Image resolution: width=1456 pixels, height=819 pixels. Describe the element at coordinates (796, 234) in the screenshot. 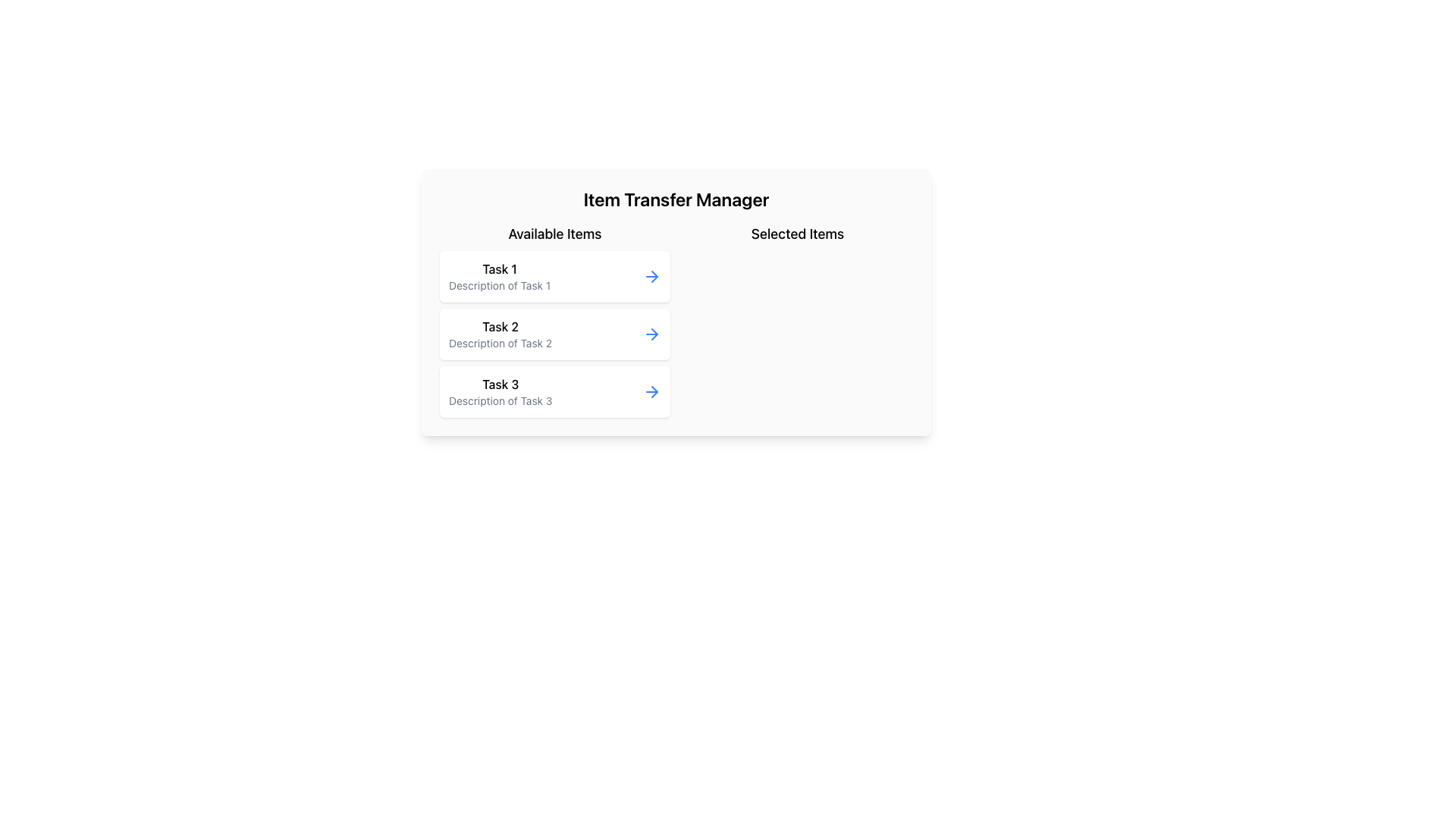

I see `the text label indicating 'Selected Items', which is positioned above the listing space and to the right of 'Available Items'` at that location.